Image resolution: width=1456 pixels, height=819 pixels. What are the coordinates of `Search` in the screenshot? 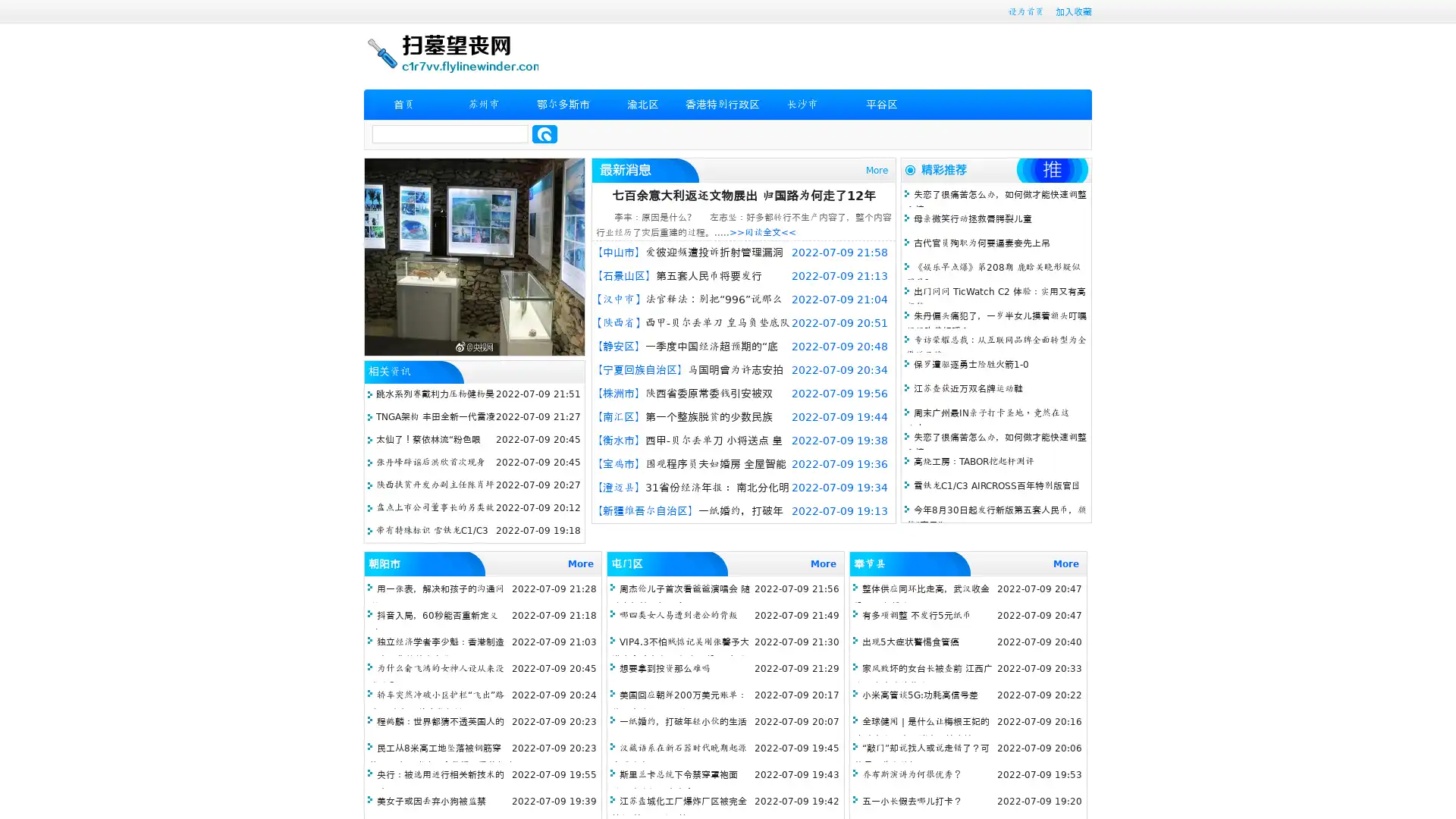 It's located at (544, 133).